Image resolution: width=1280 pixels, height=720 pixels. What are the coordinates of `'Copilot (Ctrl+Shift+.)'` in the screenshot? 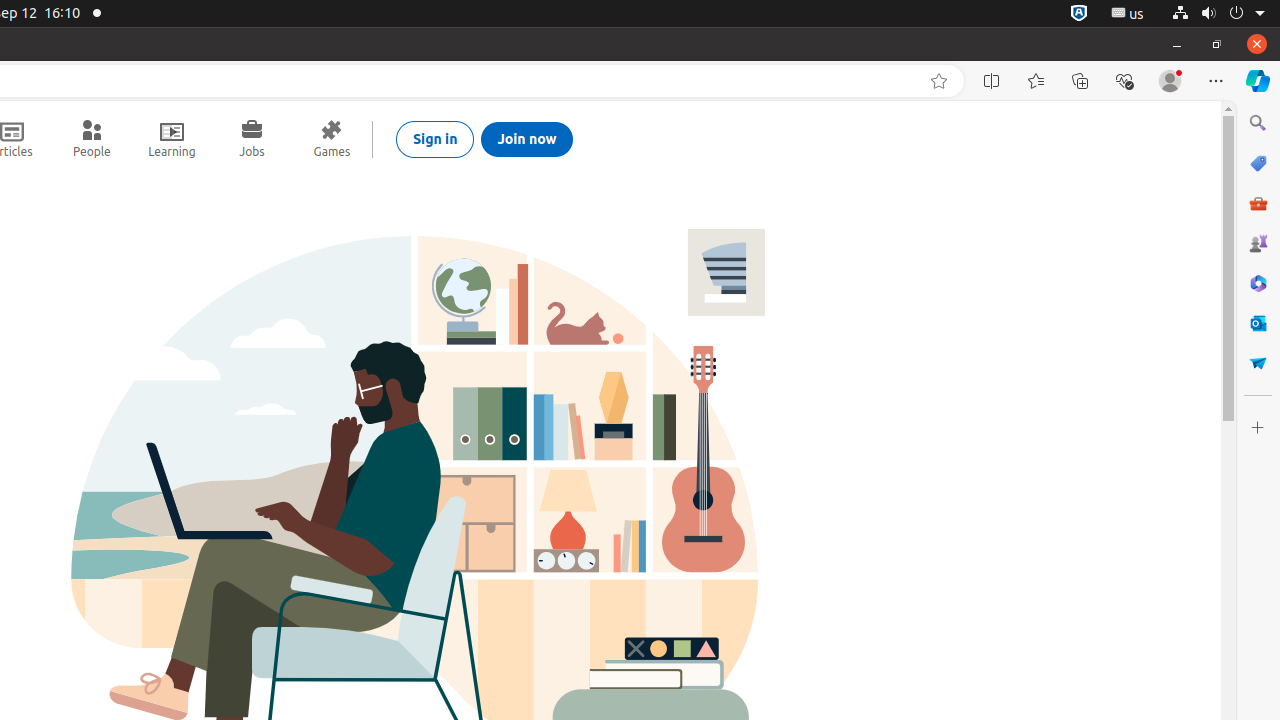 It's located at (1256, 80).